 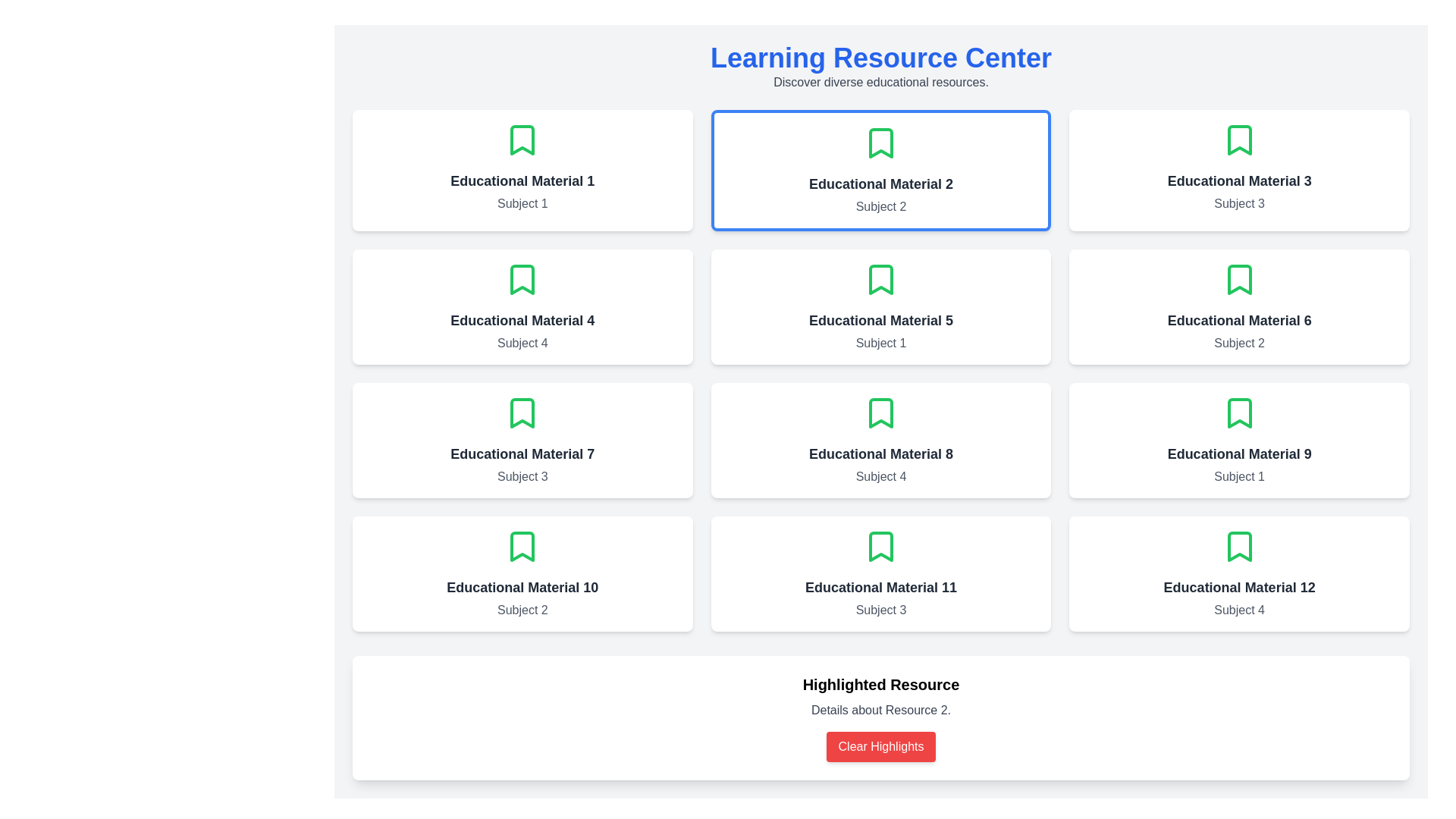 What do you see at coordinates (880, 320) in the screenshot?
I see `the text label that serves as a title or identifier for a specific resource, positioned in the center of a rectangular card in the second column of the second row` at bounding box center [880, 320].